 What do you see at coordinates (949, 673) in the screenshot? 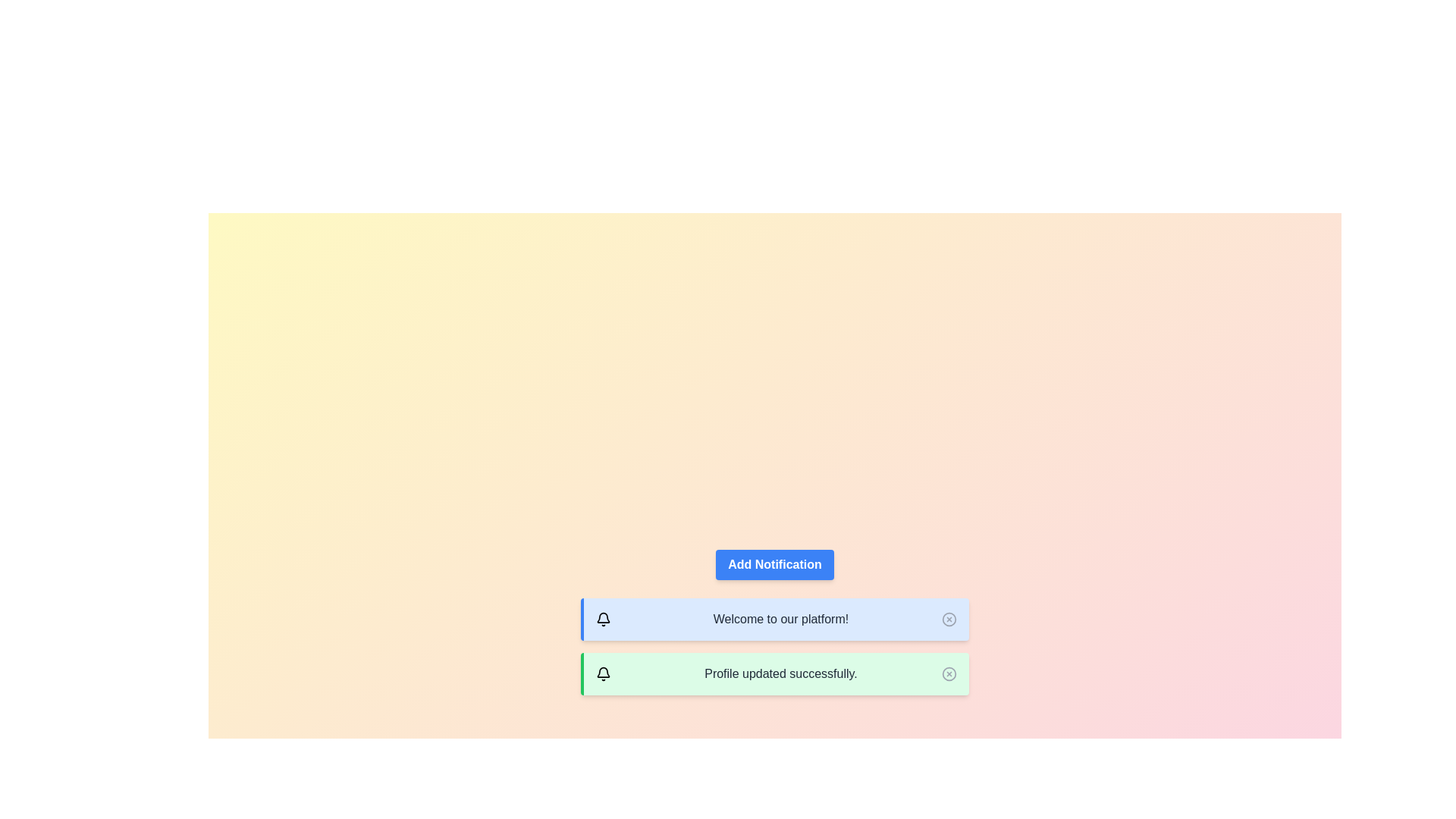
I see `the remove button for the notification with the message 'Profile updated successfully.'` at bounding box center [949, 673].